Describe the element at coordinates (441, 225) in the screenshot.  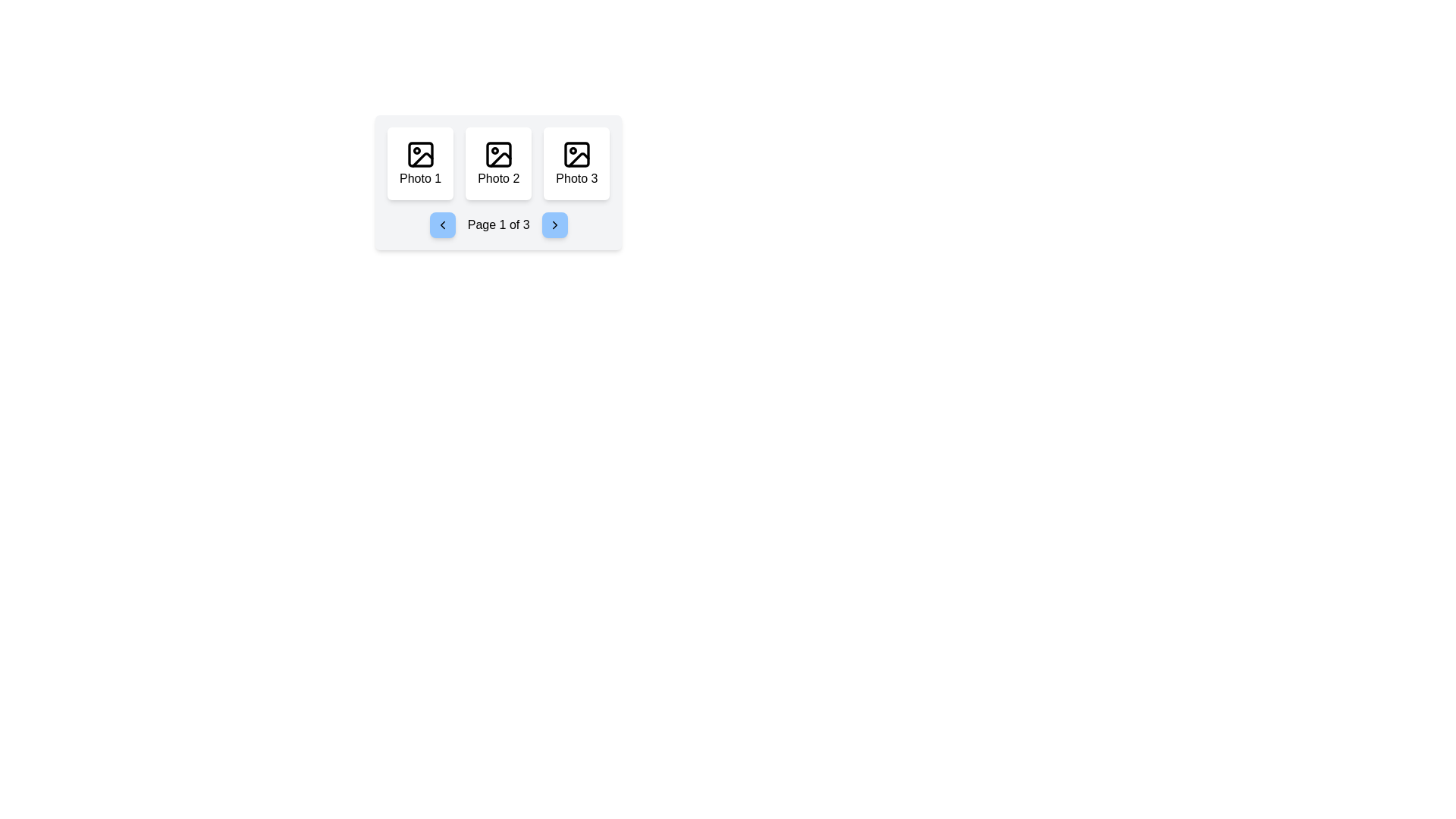
I see `the left-chevron icon button for backward navigation located in the pagination control area` at that location.